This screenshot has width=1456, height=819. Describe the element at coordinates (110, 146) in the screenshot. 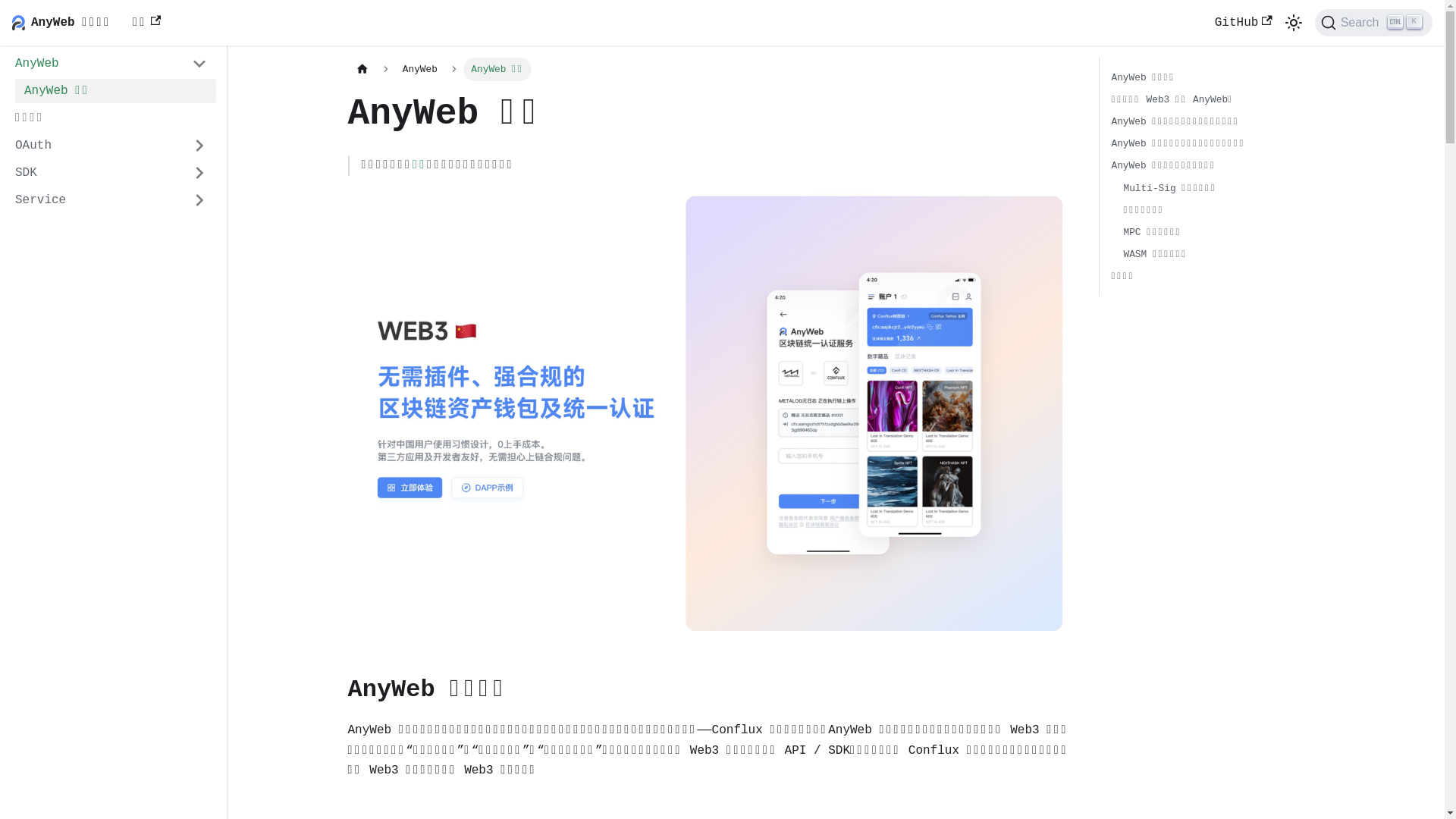

I see `'OAuth'` at that location.